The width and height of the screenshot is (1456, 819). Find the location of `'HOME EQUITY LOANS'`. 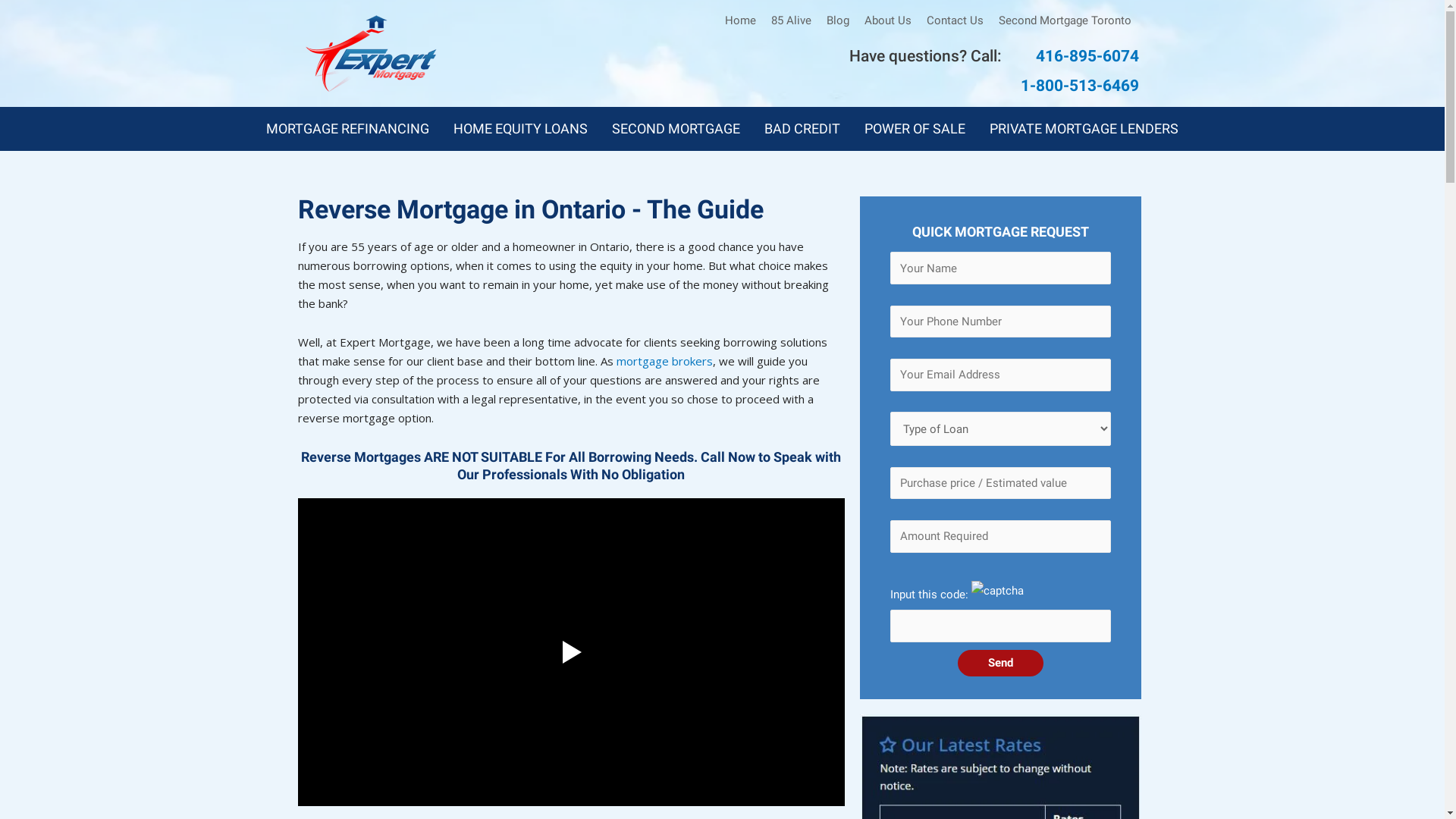

'HOME EQUITY LOANS' is located at coordinates (520, 127).